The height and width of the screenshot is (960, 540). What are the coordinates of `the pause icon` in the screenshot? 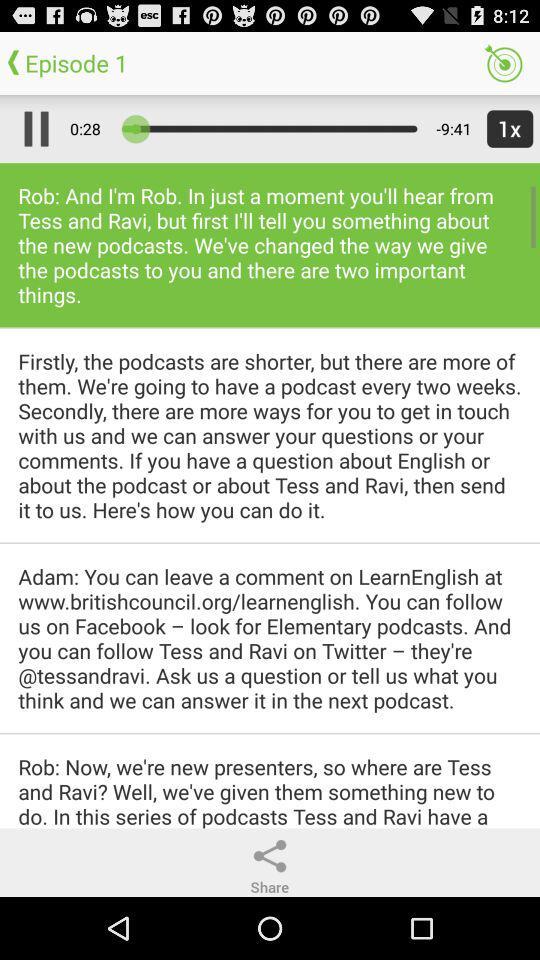 It's located at (31, 136).